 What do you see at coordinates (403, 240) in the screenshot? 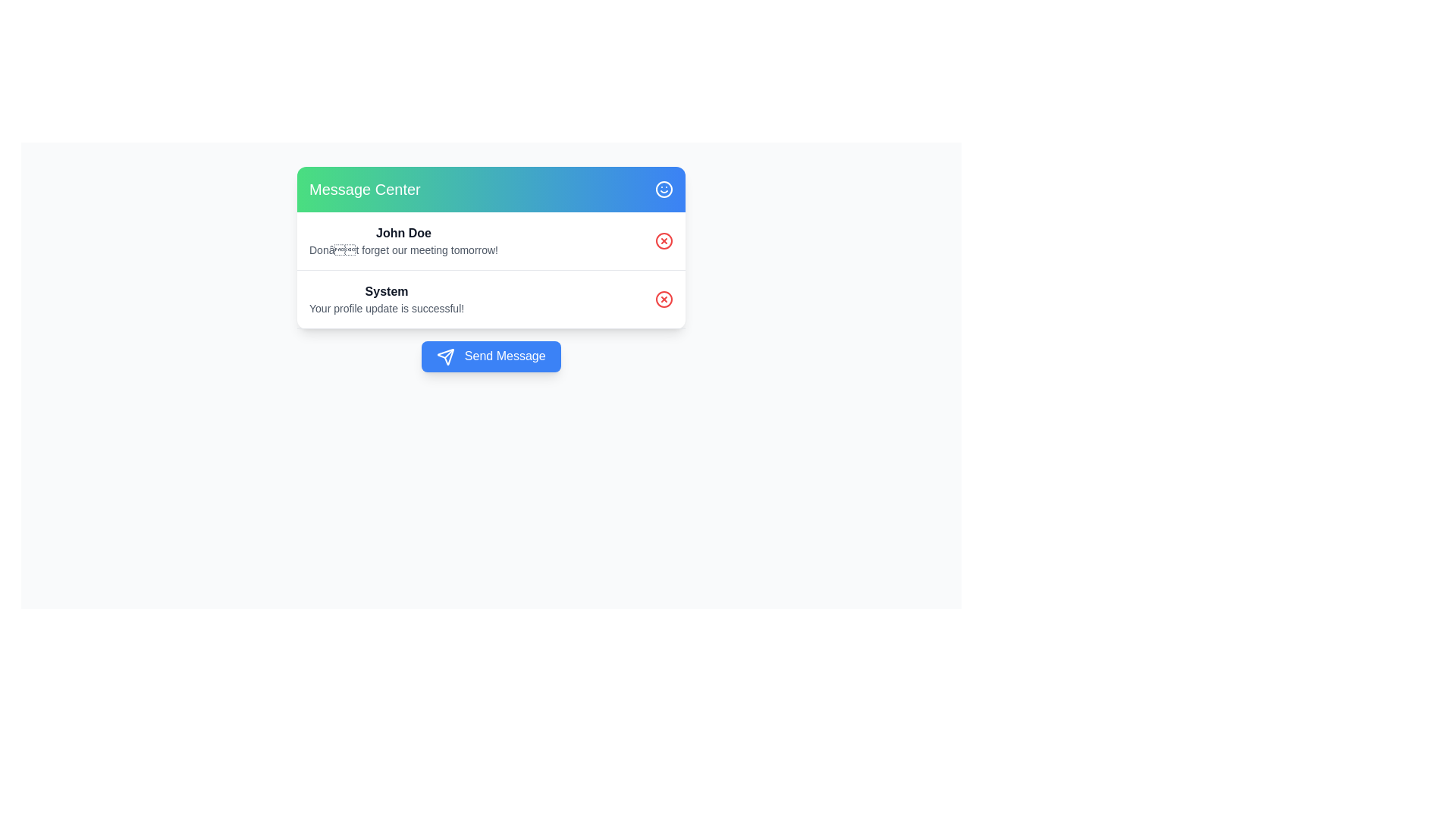
I see `the name or message text displayed in the Text Display element located at the top-left corner of the 'Message Center' section` at bounding box center [403, 240].